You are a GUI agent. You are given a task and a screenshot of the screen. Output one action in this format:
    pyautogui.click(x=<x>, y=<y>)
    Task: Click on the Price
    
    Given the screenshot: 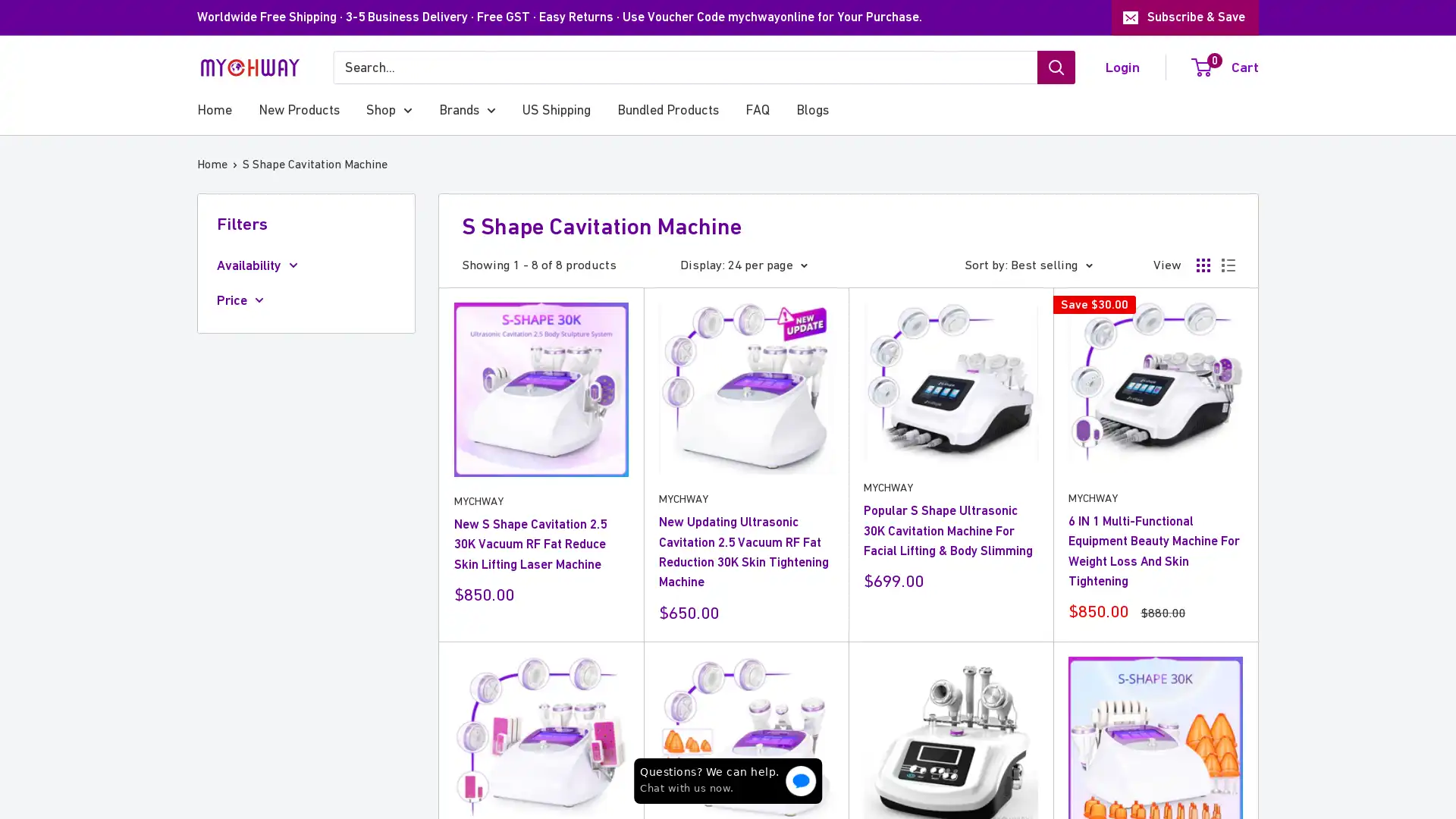 What is the action you would take?
    pyautogui.click(x=305, y=300)
    